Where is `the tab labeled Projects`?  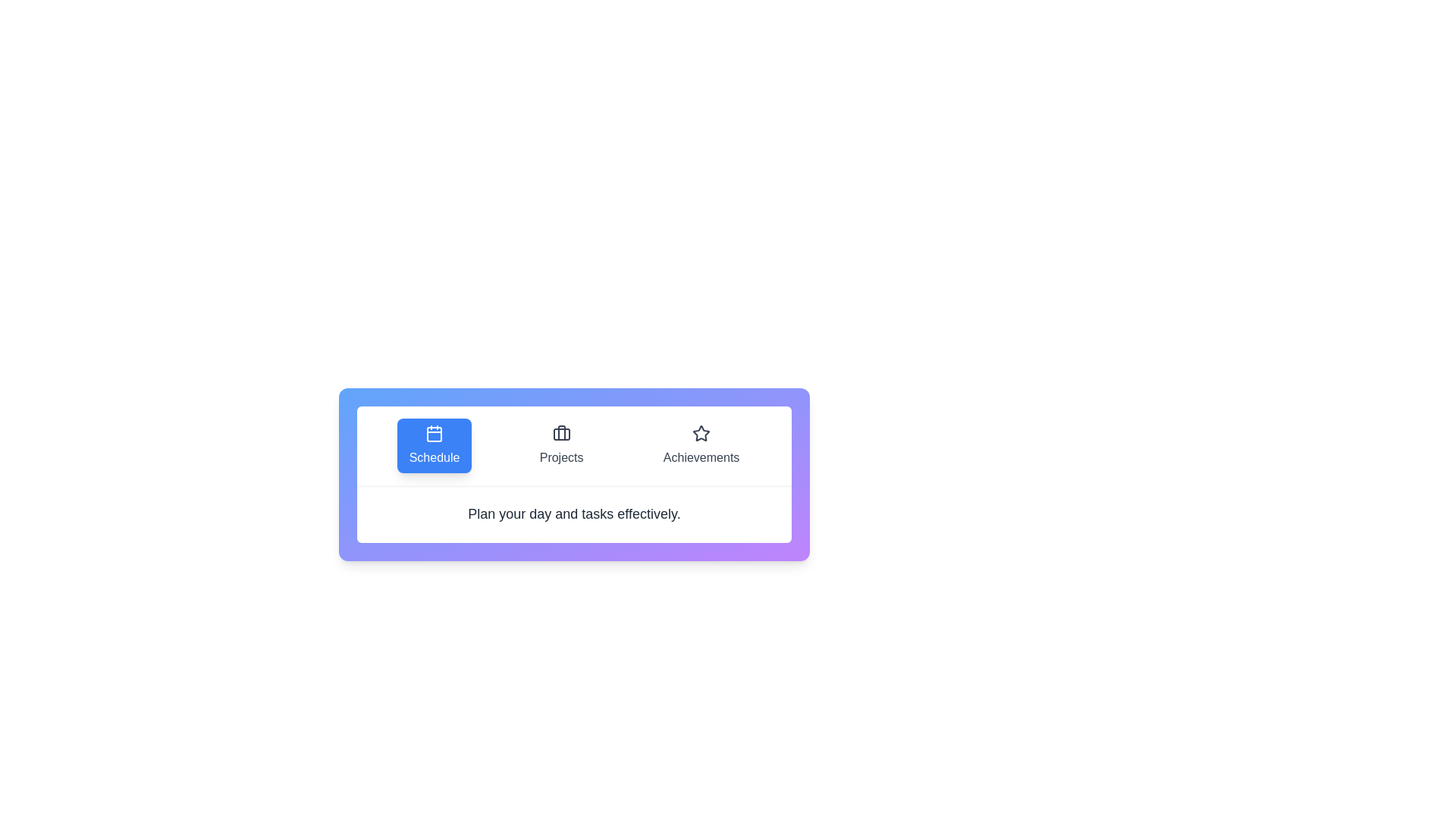
the tab labeled Projects is located at coordinates (560, 444).